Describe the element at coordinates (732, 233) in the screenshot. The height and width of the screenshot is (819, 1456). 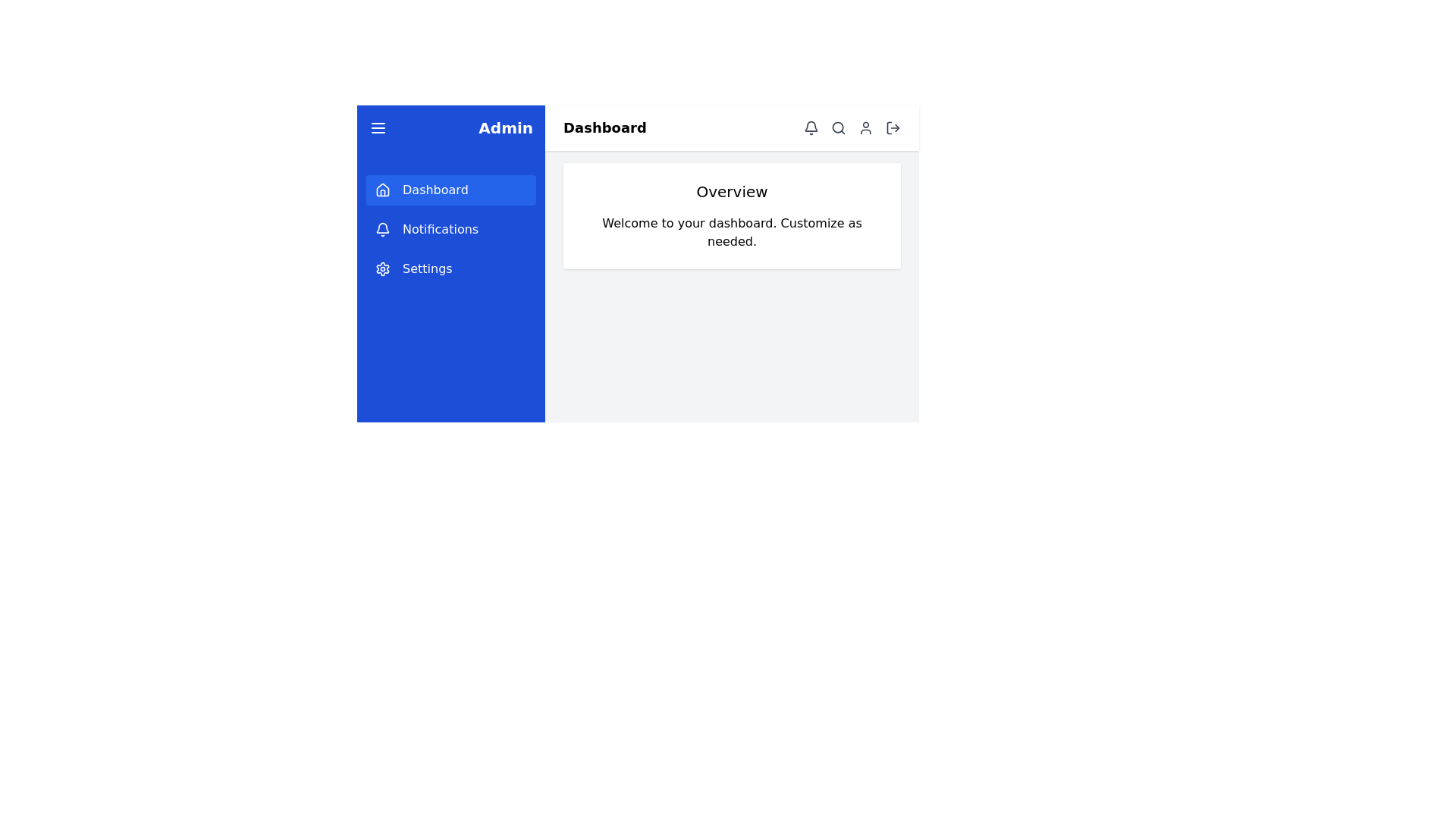
I see `the static text element that states 'Welcome to your dashboard. Customize as needed.', which is located beneath the 'Overview' header` at that location.